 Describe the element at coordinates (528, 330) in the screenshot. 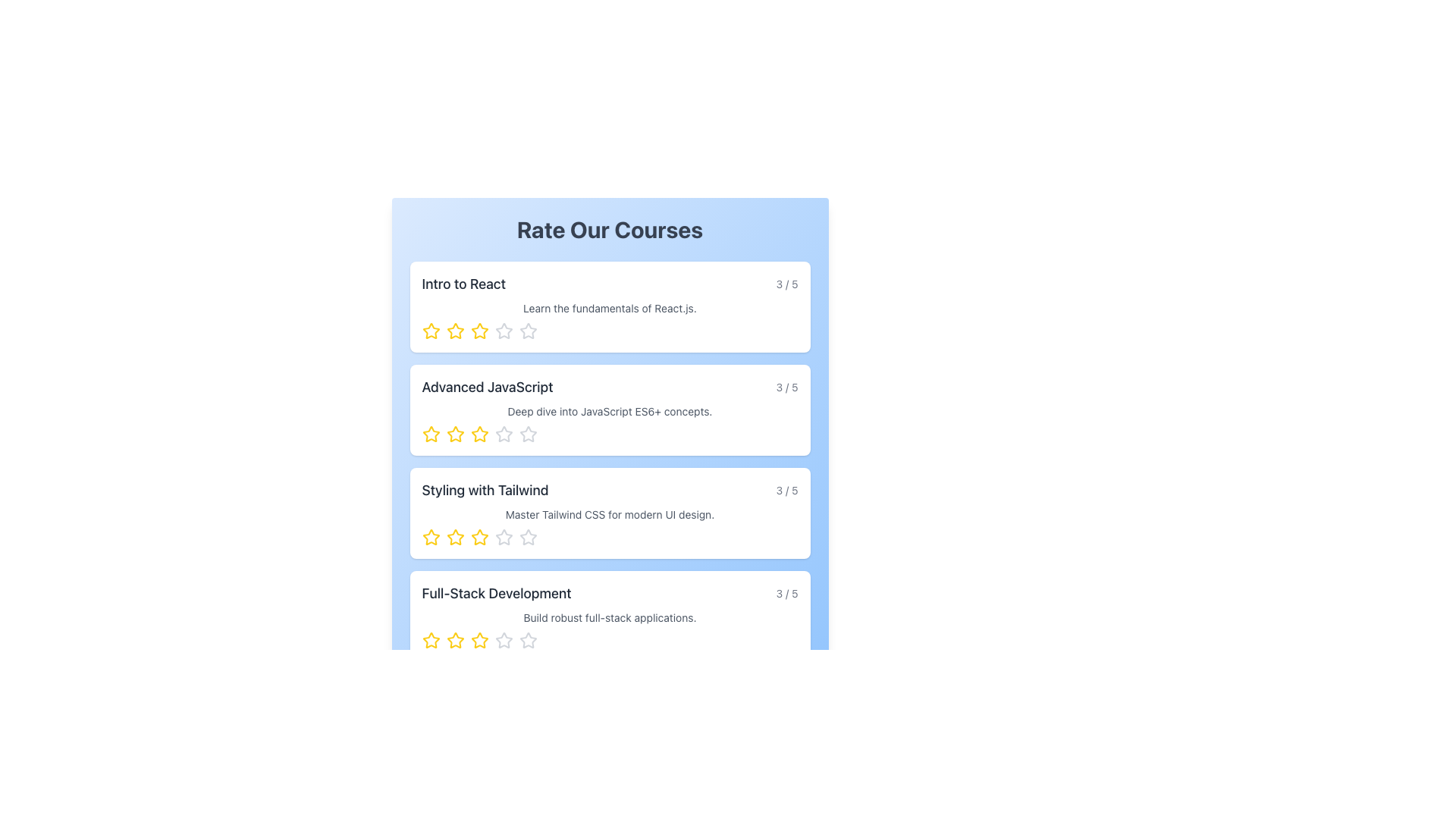

I see `the fourth star icon in the course rating system for 'Intro to React' to rate it` at that location.